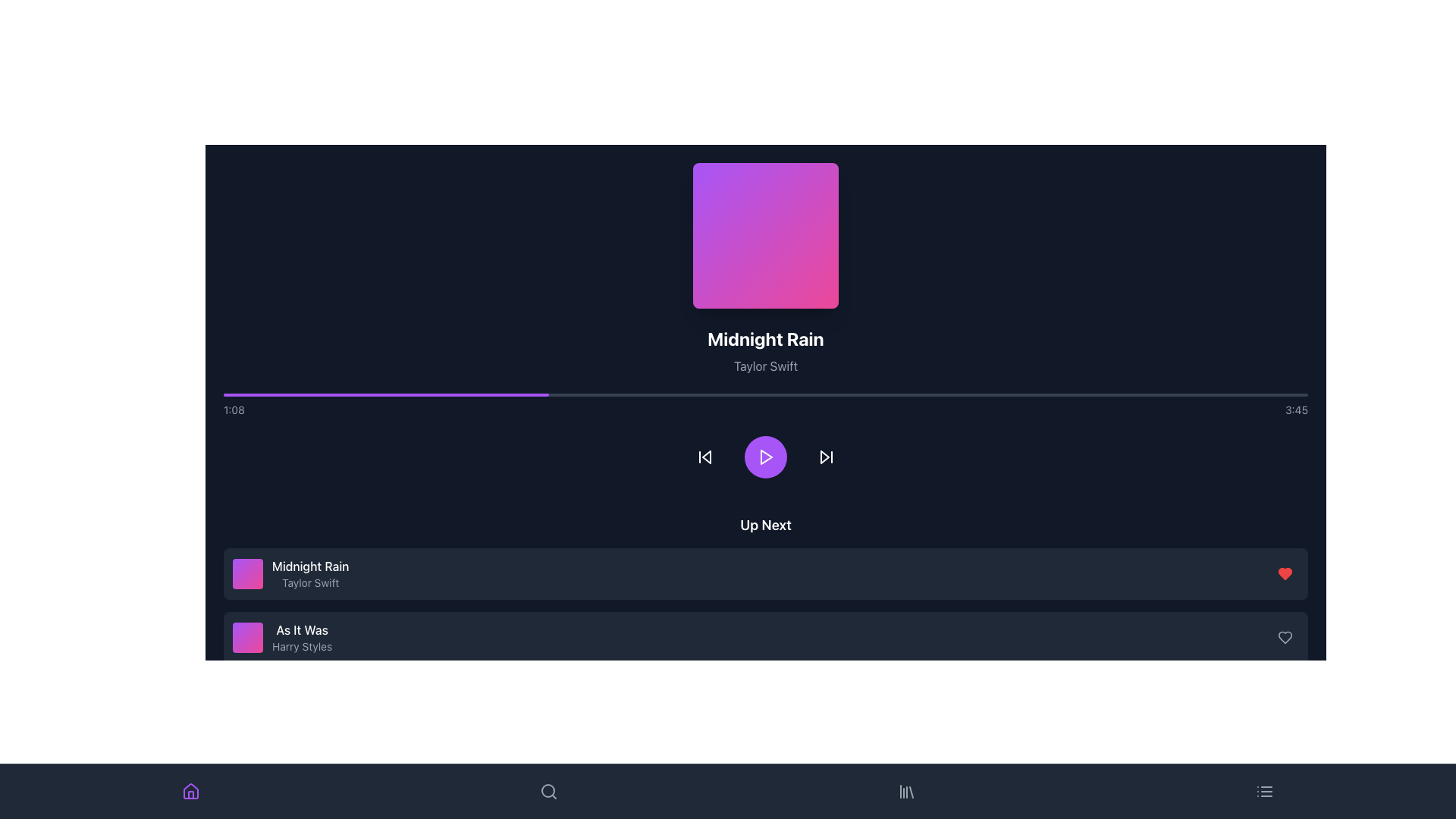  What do you see at coordinates (282, 637) in the screenshot?
I see `the list item entry displaying the music track 'As It Was Harry Styles'` at bounding box center [282, 637].